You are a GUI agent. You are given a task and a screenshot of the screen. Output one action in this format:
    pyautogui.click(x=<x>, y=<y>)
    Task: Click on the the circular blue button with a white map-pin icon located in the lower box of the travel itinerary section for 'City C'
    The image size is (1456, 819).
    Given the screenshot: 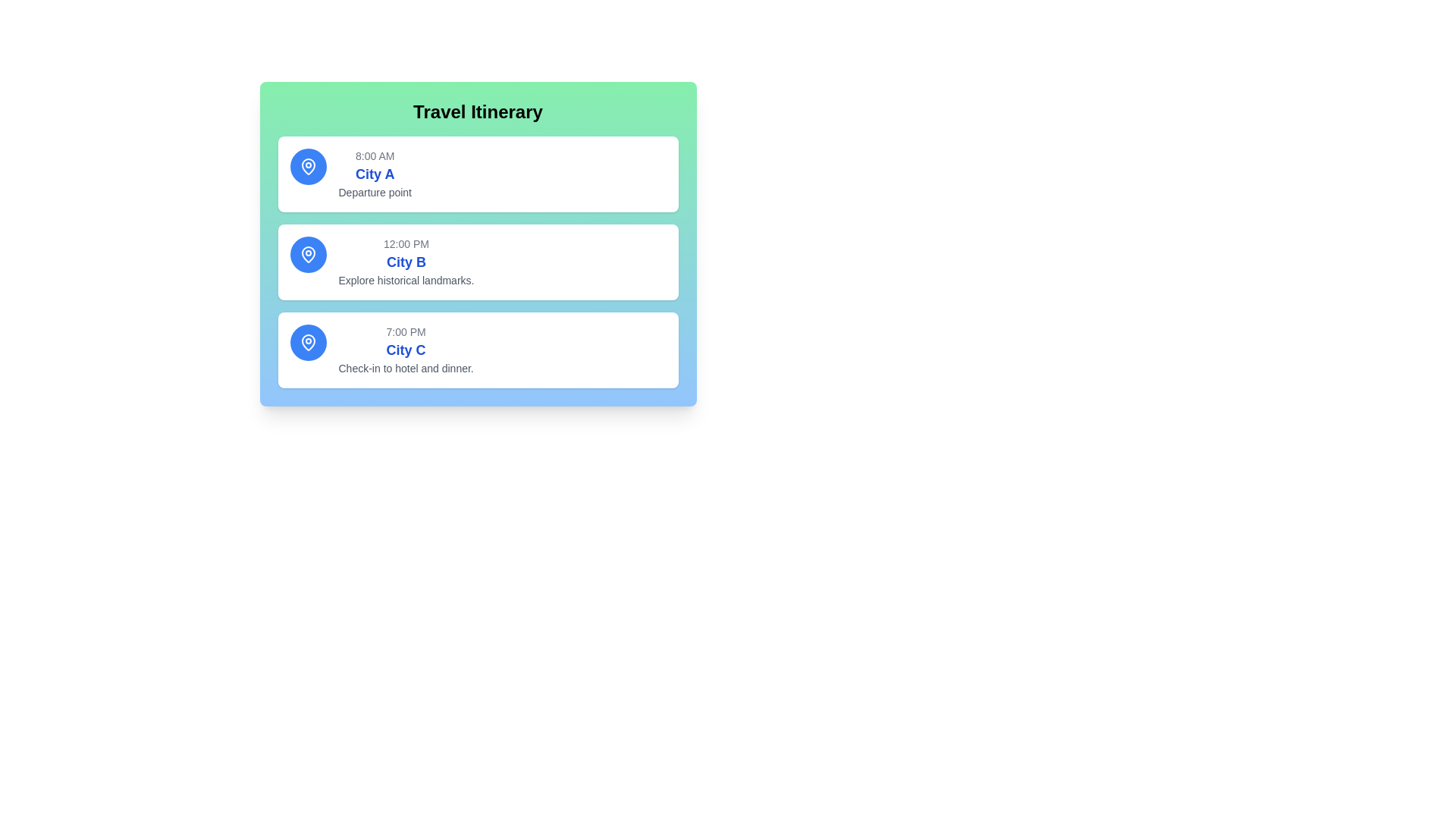 What is the action you would take?
    pyautogui.click(x=307, y=342)
    